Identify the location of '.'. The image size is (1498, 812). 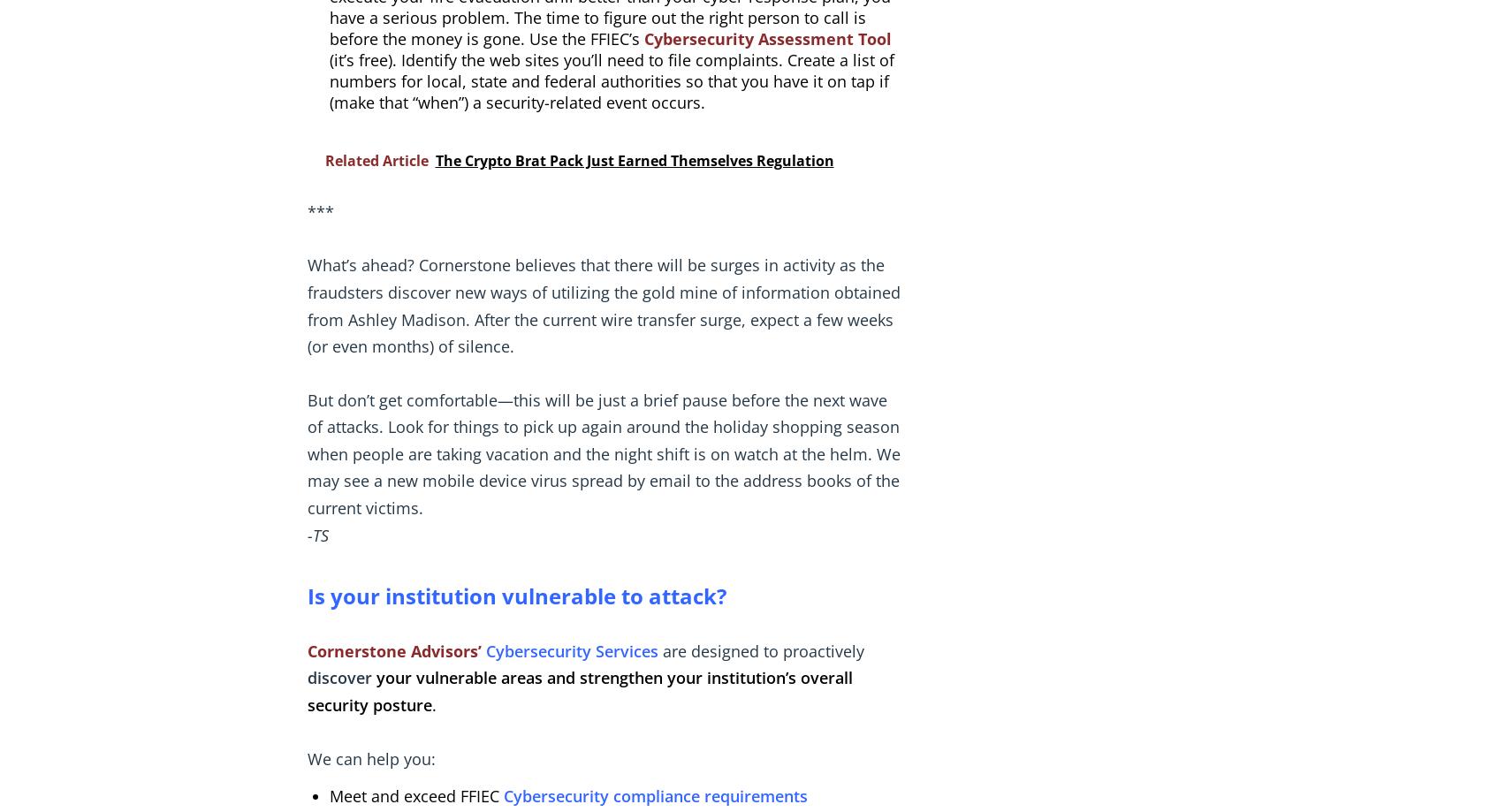
(432, 703).